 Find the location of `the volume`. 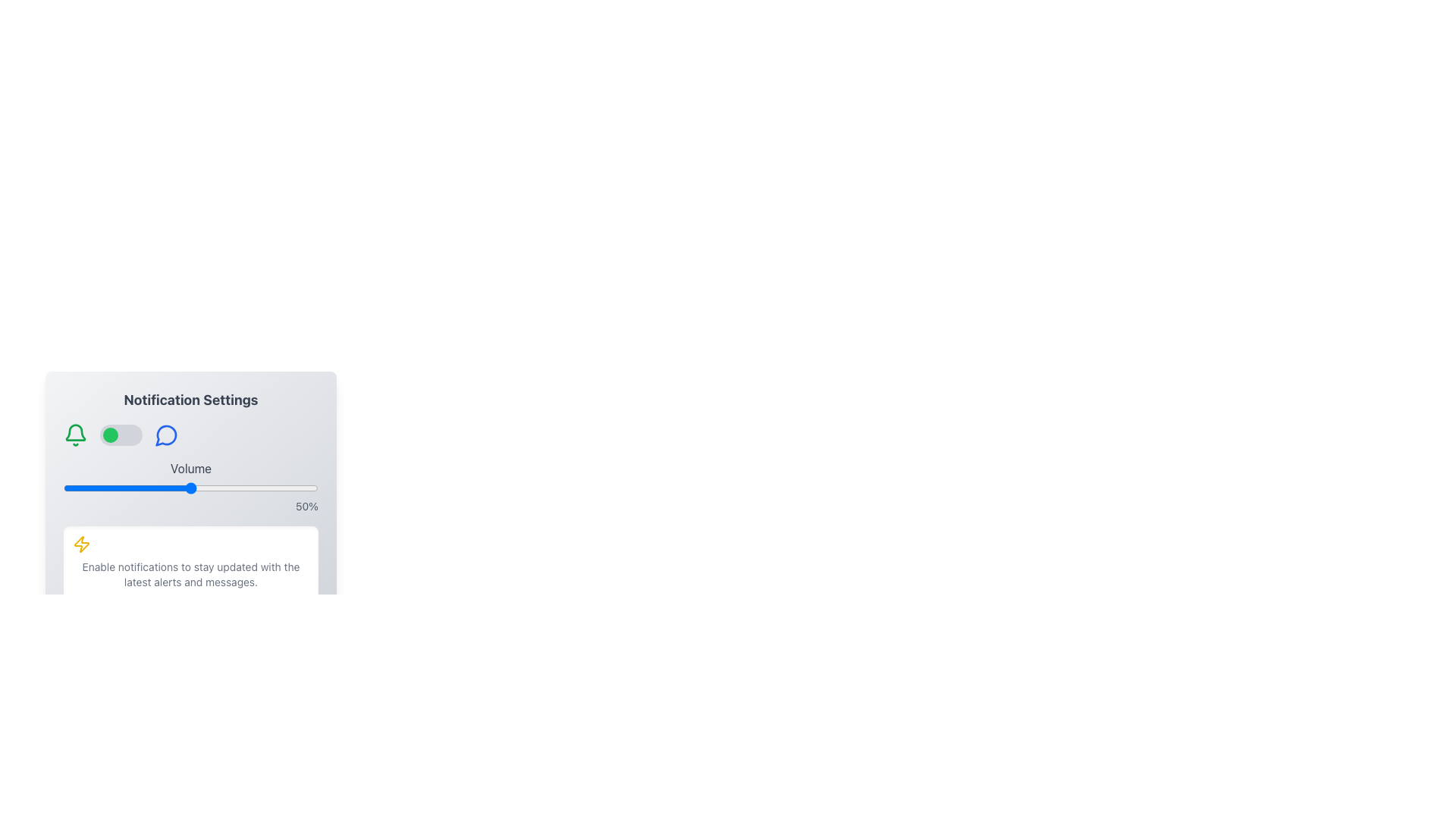

the volume is located at coordinates (215, 488).